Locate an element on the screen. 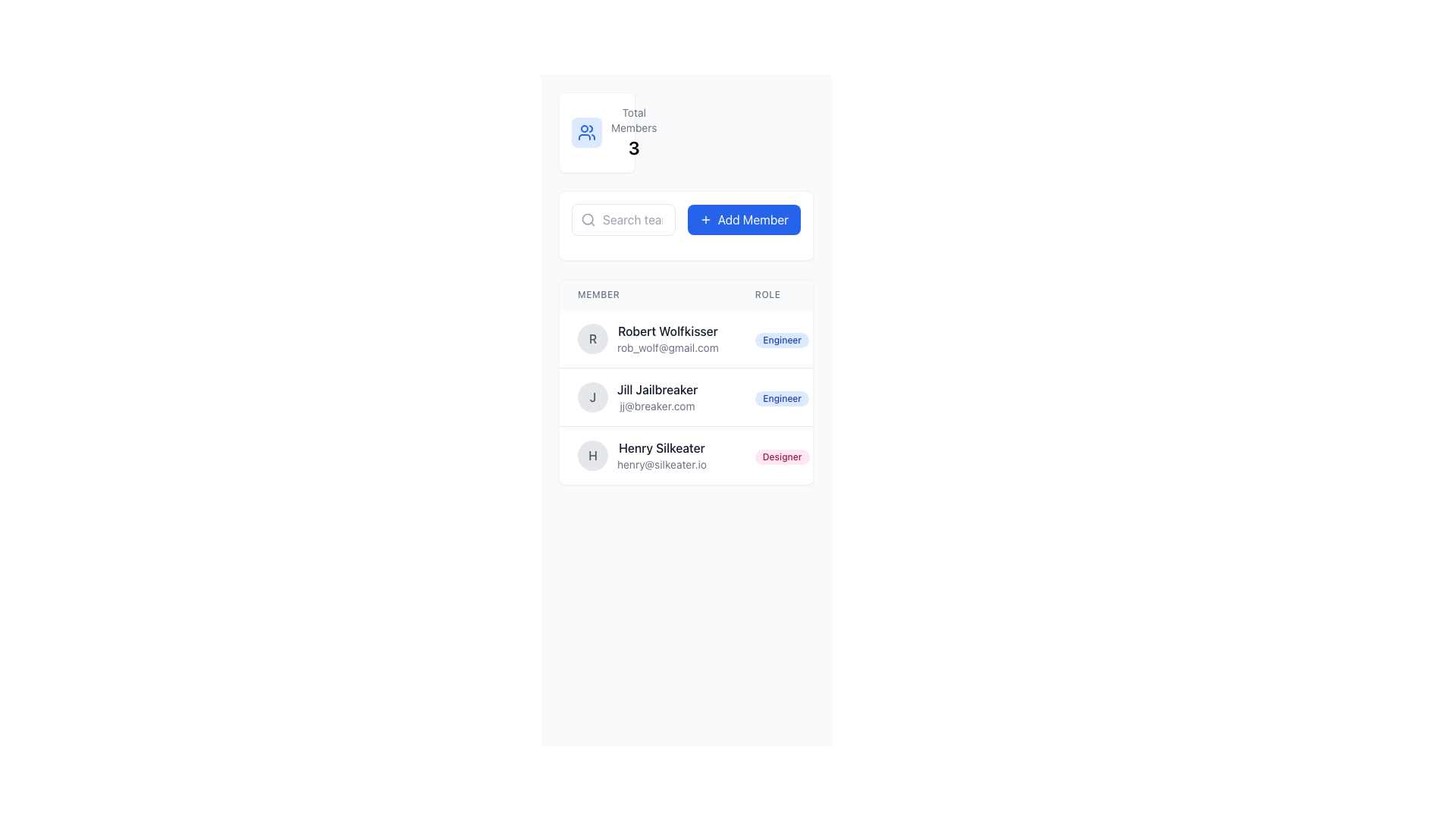 Image resolution: width=1456 pixels, height=819 pixels. to select the Profile Information Row displaying user information for 'Henry Silkeater', located between 'Jill Jailbreaker' and the 'Designer' badge is located at coordinates (648, 454).